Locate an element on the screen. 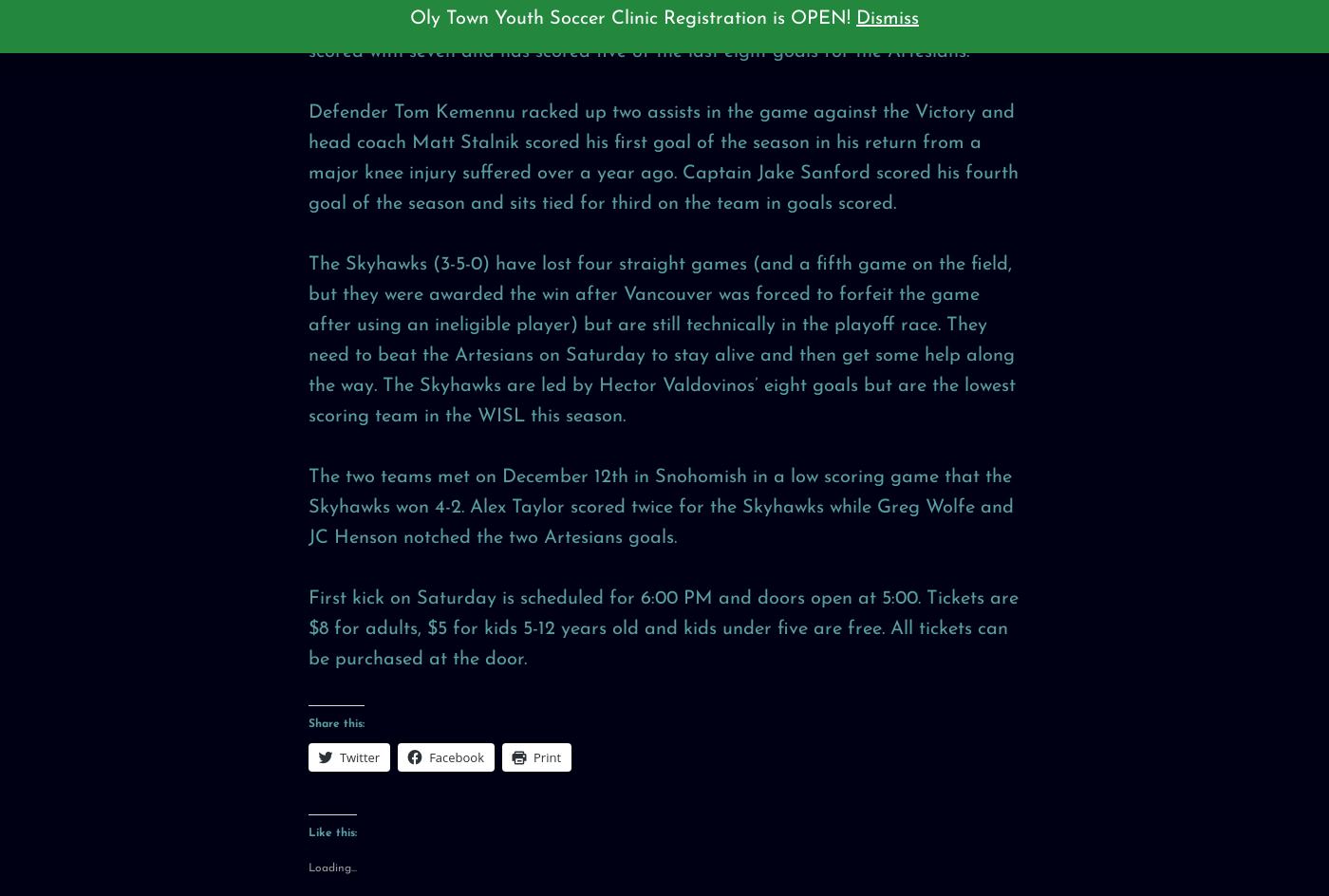 The image size is (1329, 896). 'Share this:' is located at coordinates (335, 722).